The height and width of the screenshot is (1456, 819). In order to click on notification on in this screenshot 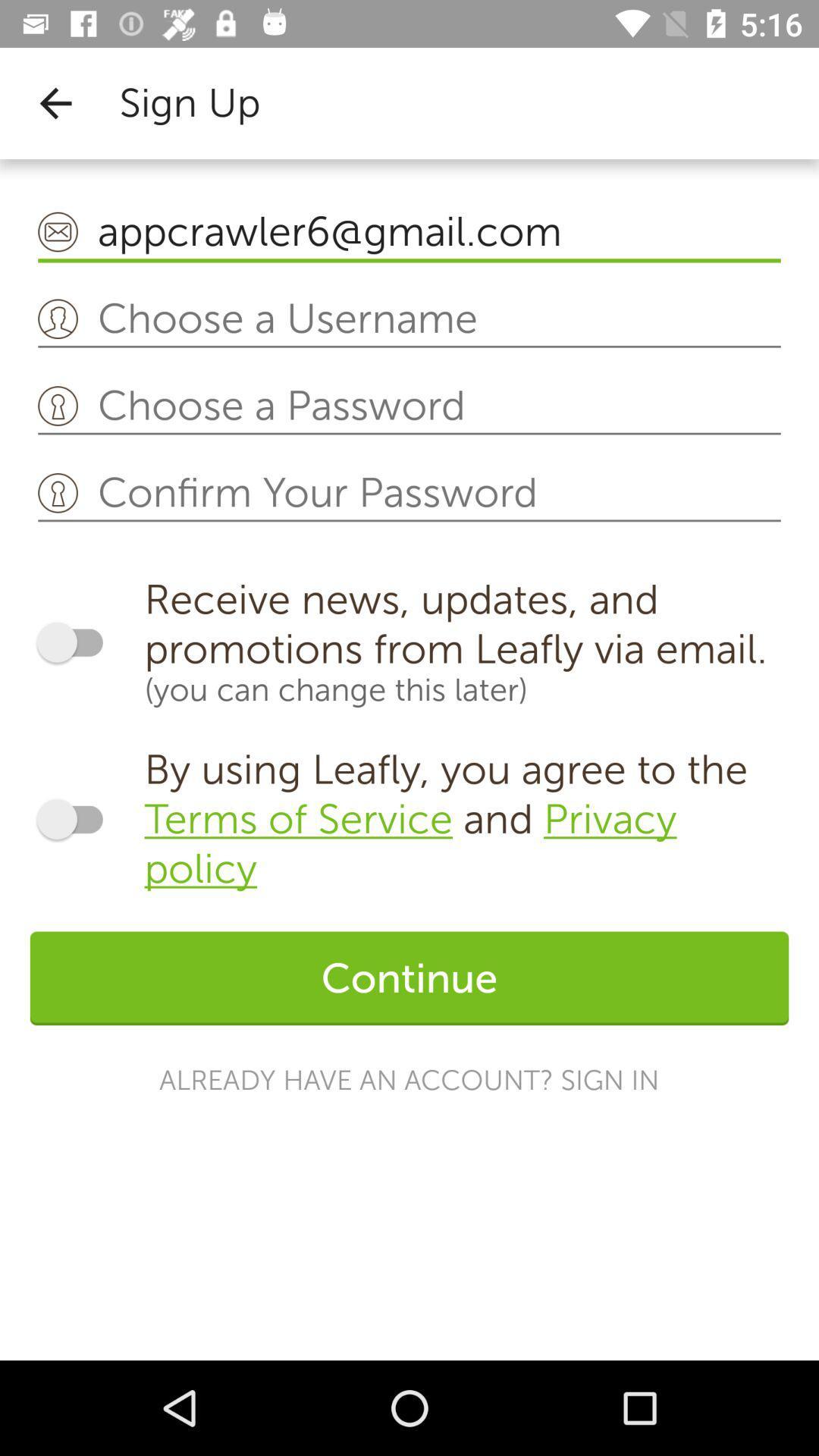, I will do `click(77, 642)`.